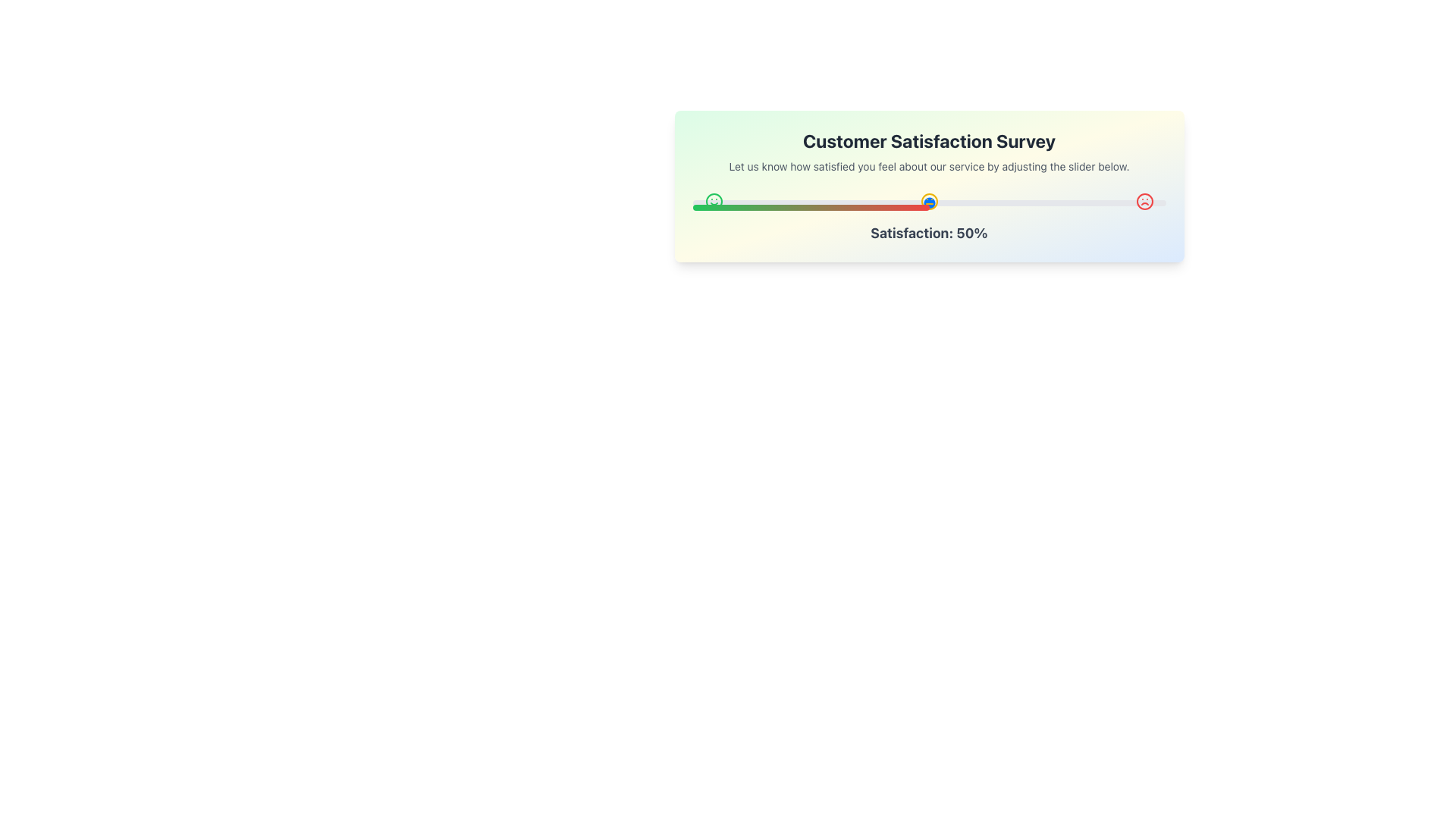 The height and width of the screenshot is (819, 1456). Describe the element at coordinates (1119, 202) in the screenshot. I see `satisfaction level` at that location.